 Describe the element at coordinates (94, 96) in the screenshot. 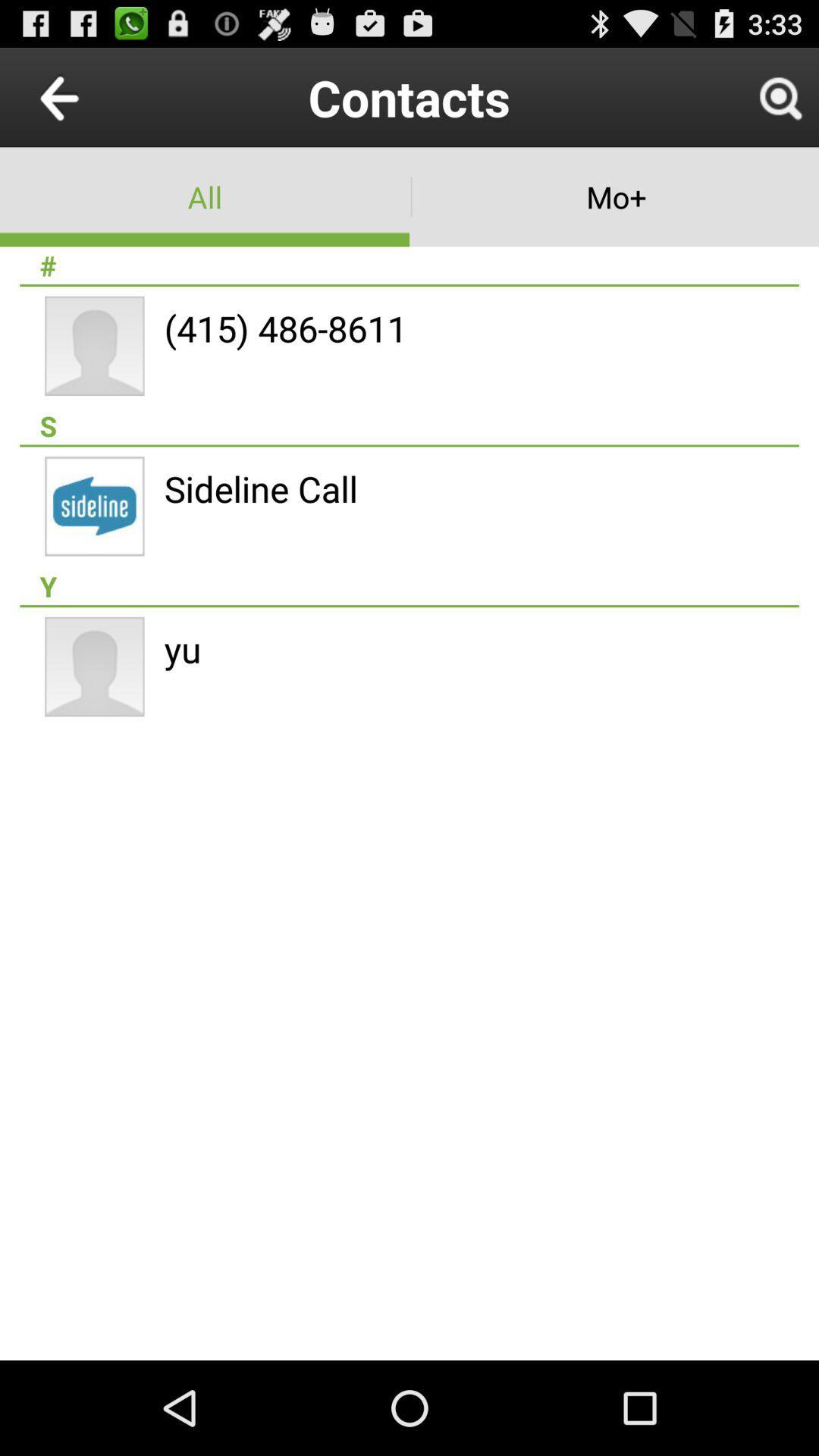

I see `the item next to the contacts app` at that location.